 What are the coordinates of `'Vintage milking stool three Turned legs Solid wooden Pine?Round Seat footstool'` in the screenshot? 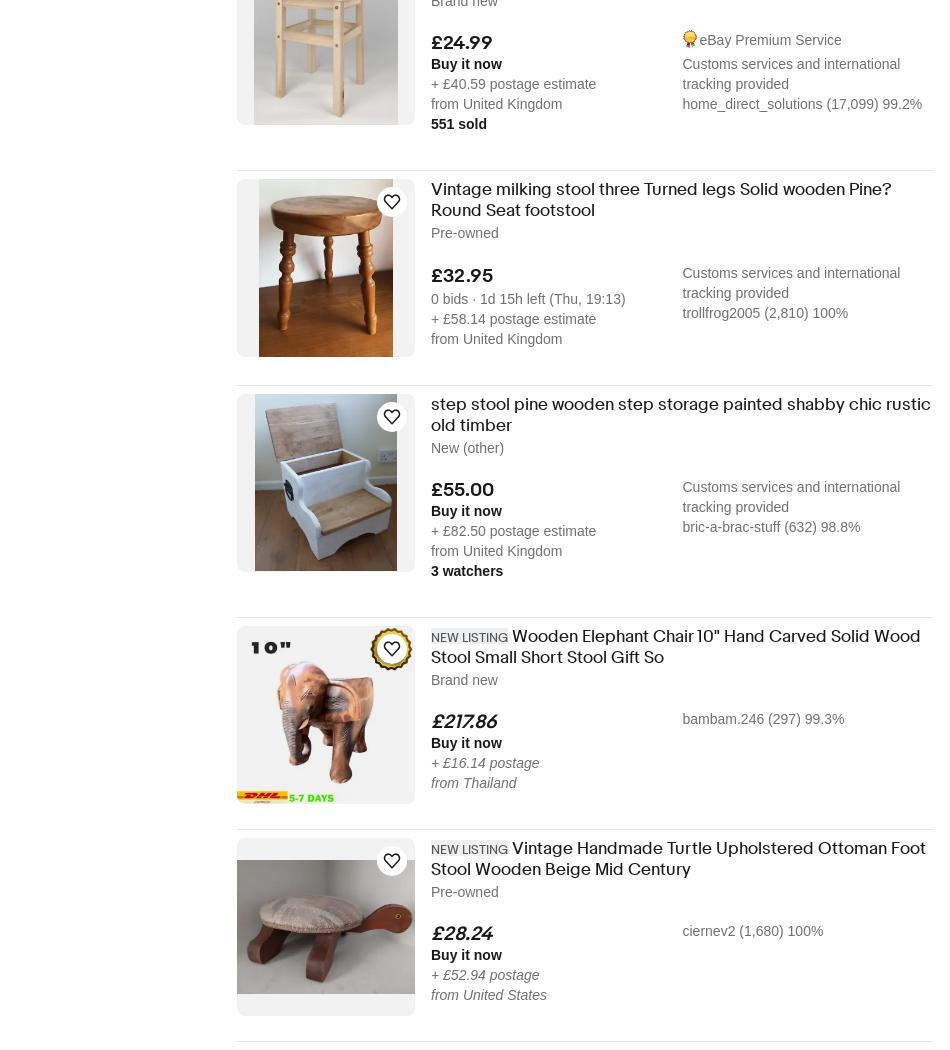 It's located at (661, 199).